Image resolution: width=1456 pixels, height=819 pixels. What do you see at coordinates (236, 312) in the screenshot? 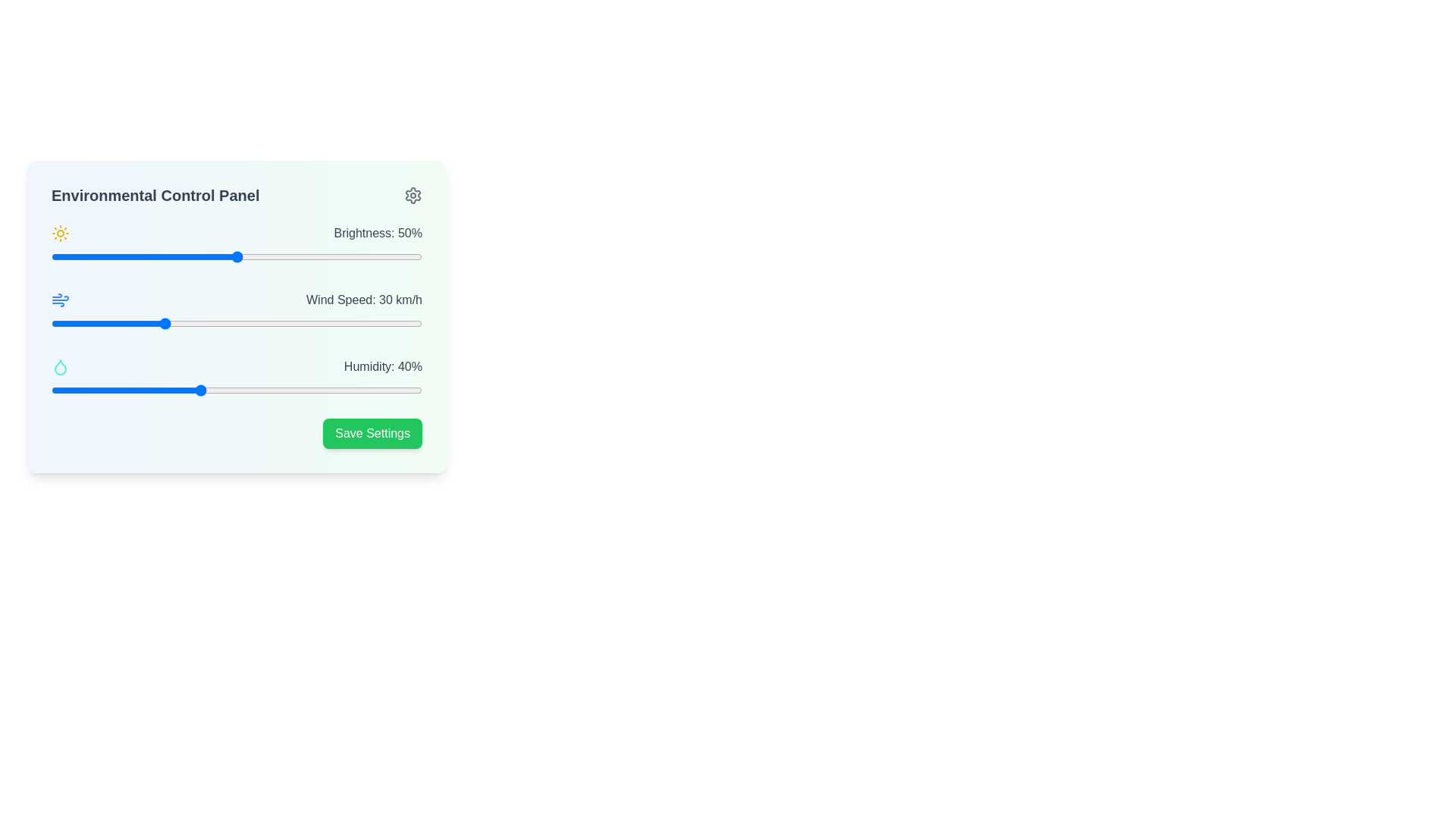
I see `the sliders in the 'Environmental Control Panel' section to adjust brightness, wind speed, and humidity settings` at bounding box center [236, 312].